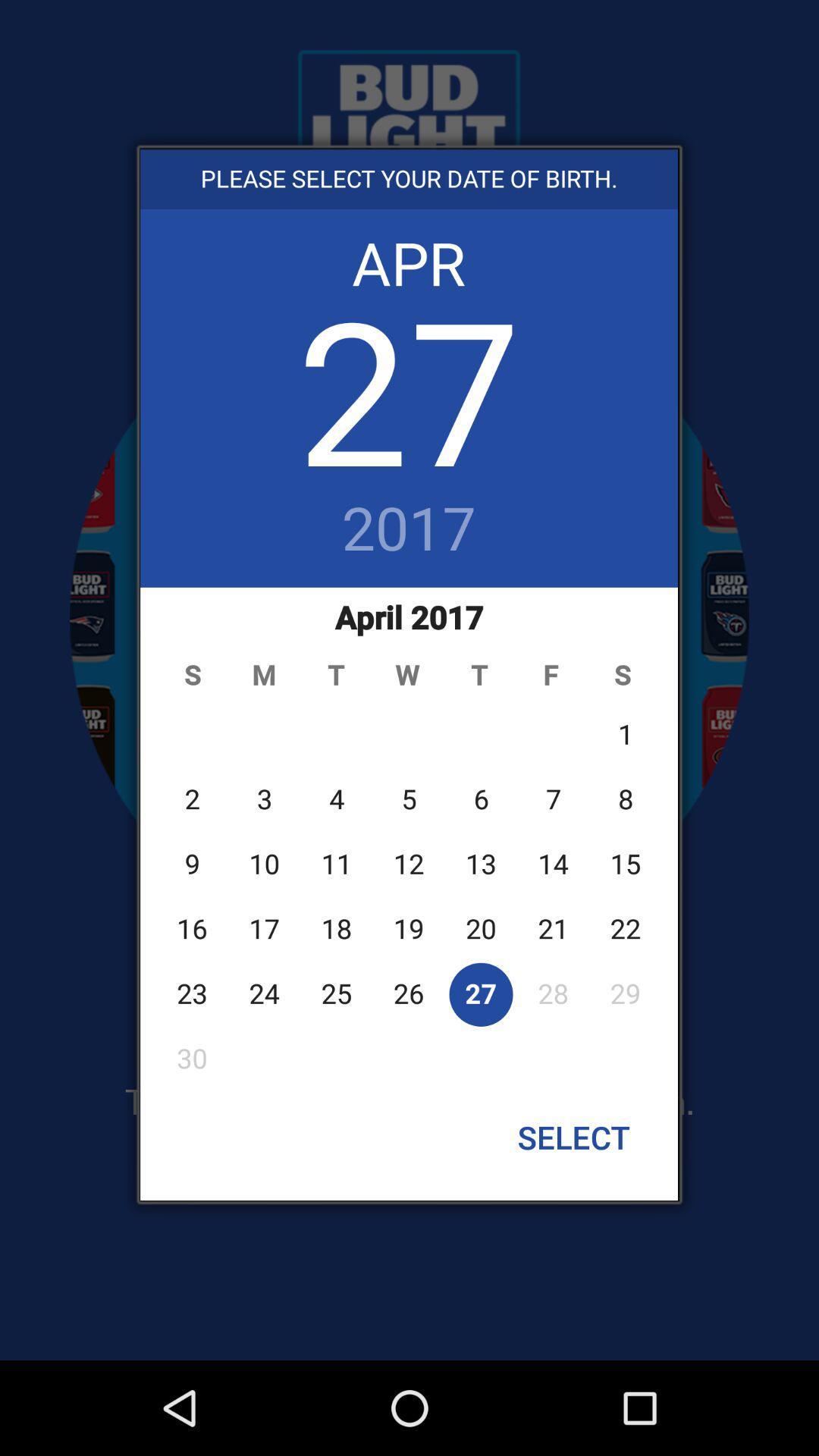 Image resolution: width=819 pixels, height=1456 pixels. Describe the element at coordinates (408, 530) in the screenshot. I see `the 2017 icon` at that location.